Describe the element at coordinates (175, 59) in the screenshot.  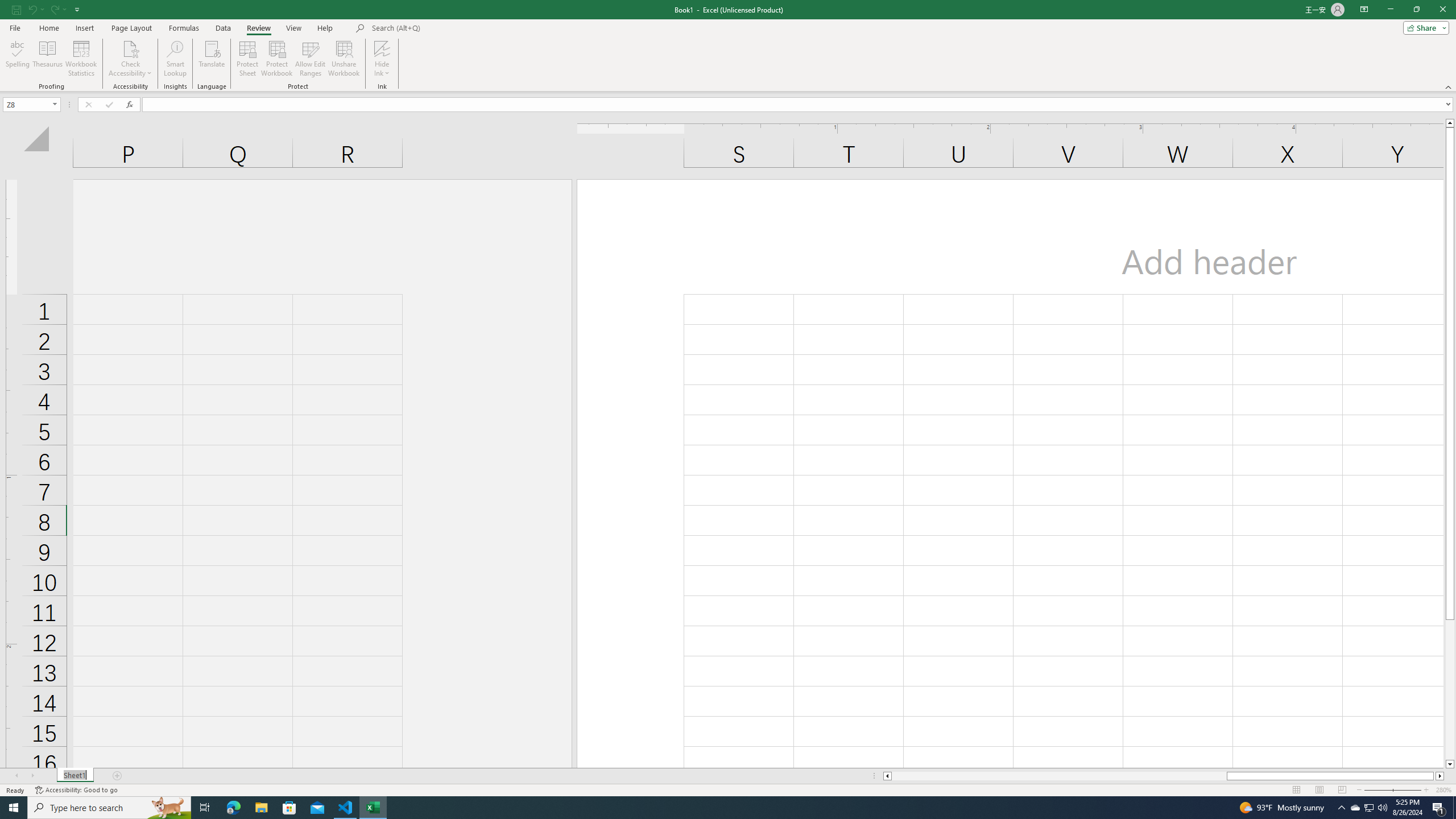
I see `'Smart Lookup'` at that location.